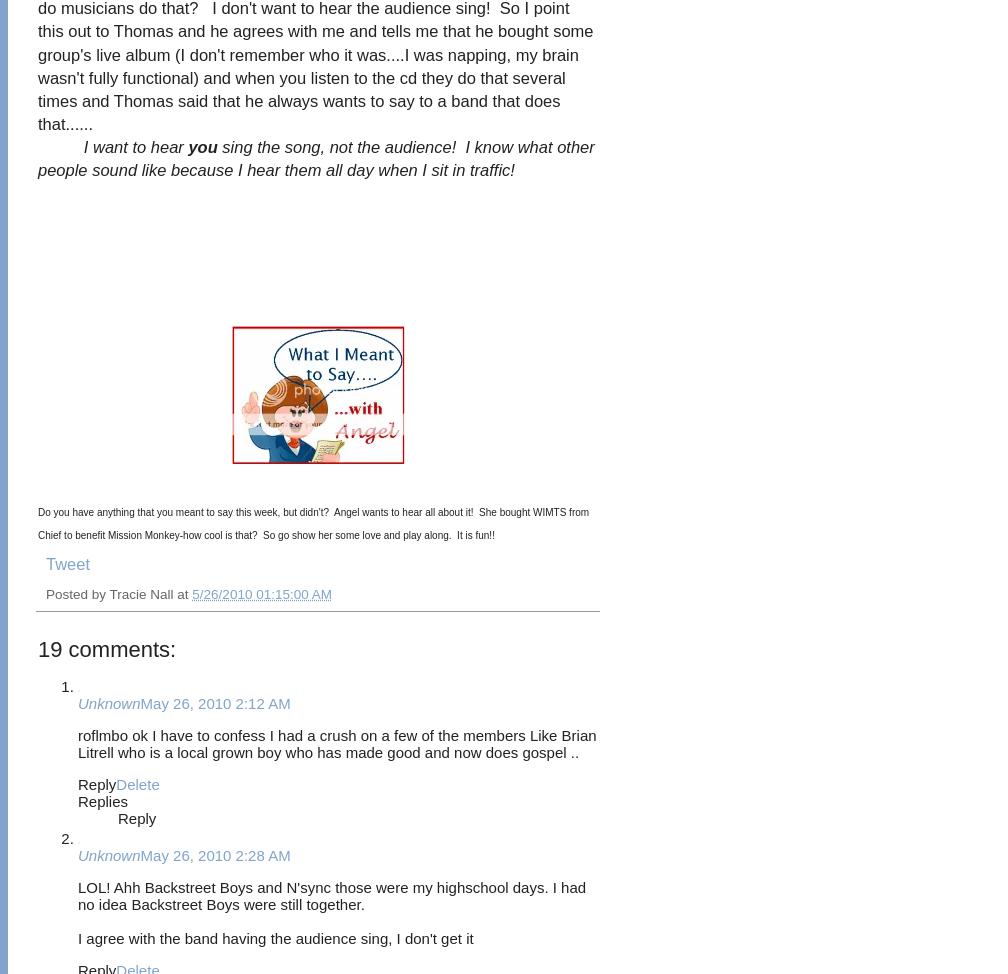  What do you see at coordinates (135, 145) in the screenshot?
I see `'I want to hear'` at bounding box center [135, 145].